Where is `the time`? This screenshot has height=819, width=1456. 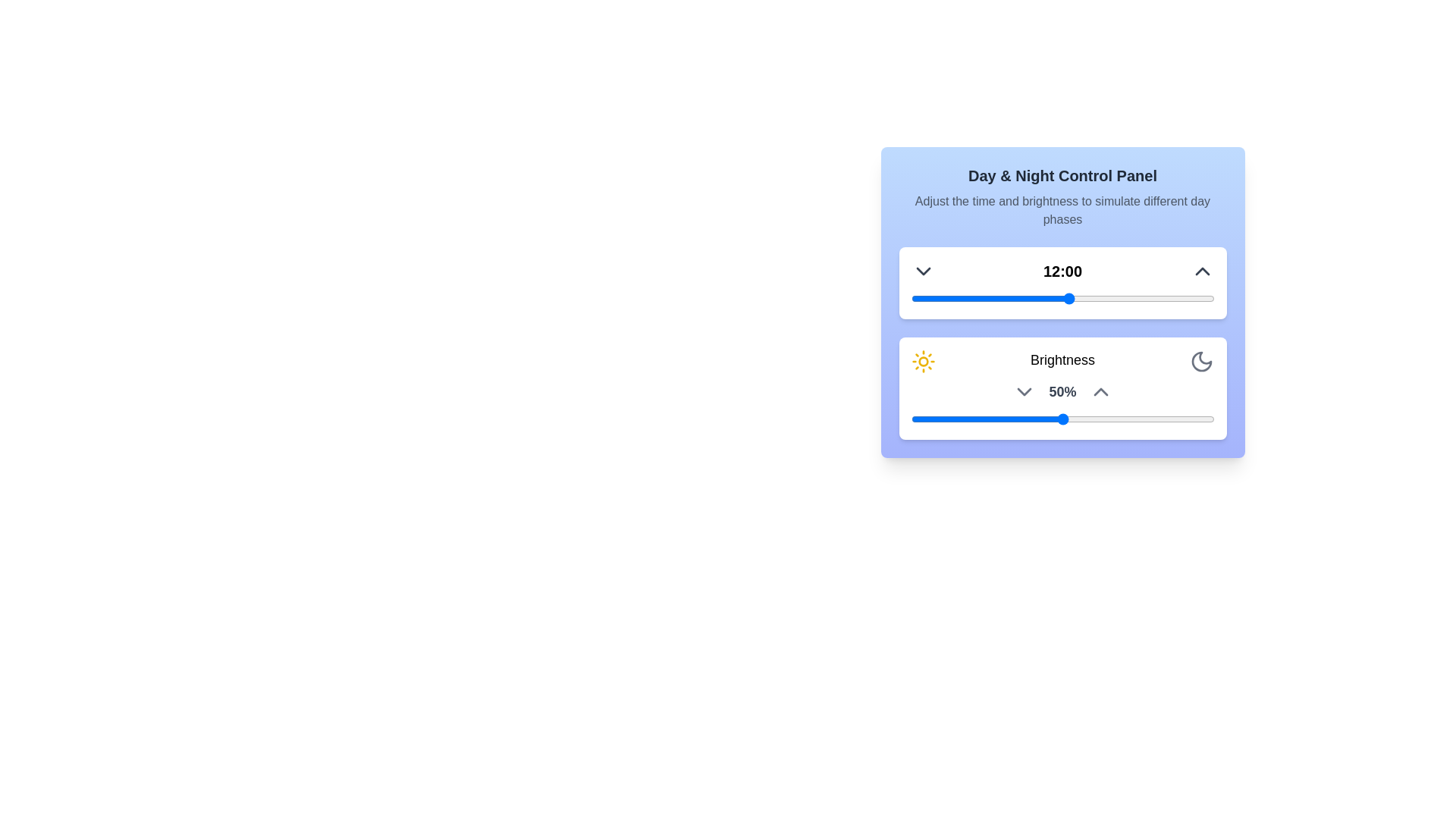
the time is located at coordinates (1122, 298).